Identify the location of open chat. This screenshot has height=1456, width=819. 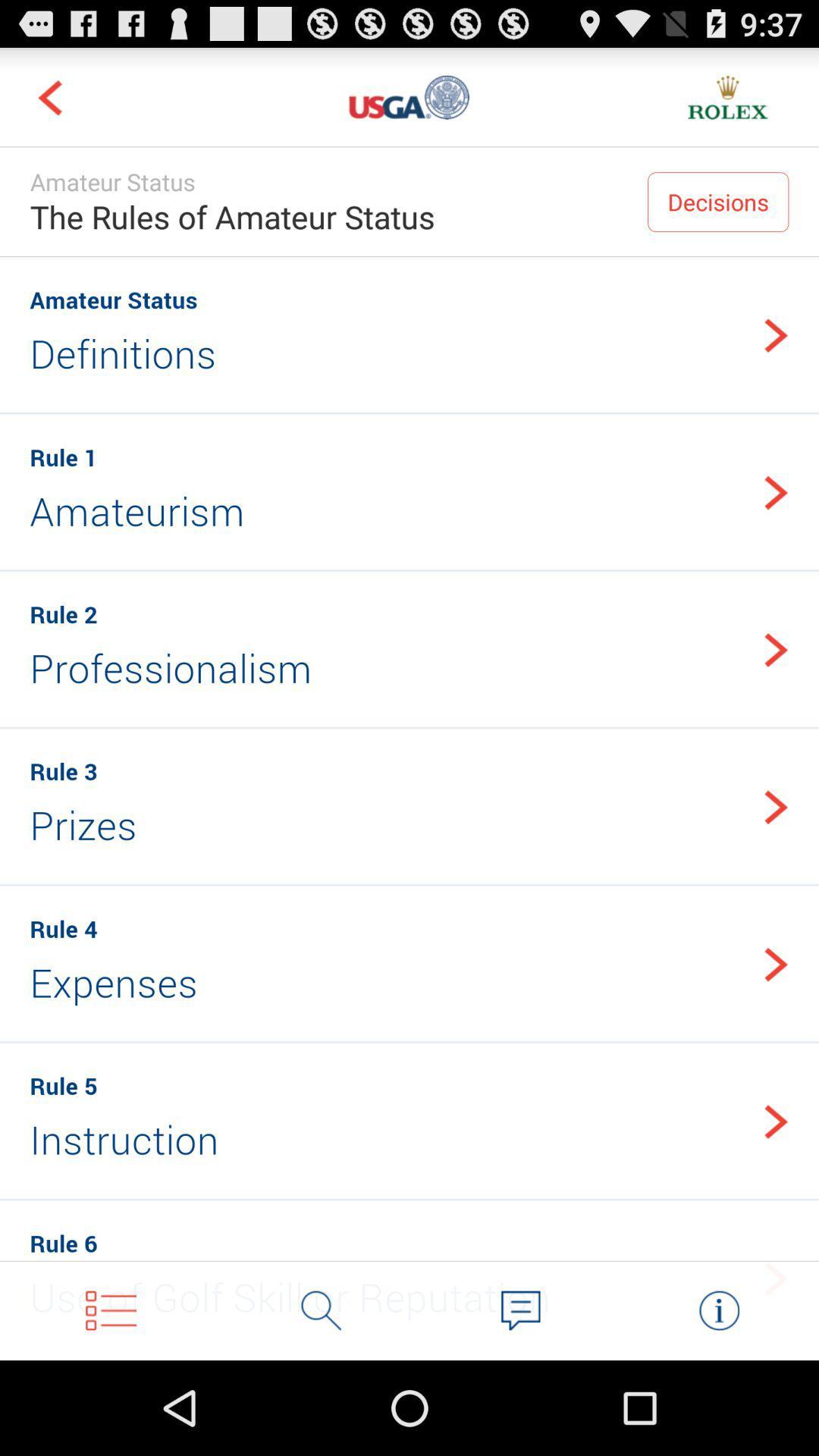
(519, 1310).